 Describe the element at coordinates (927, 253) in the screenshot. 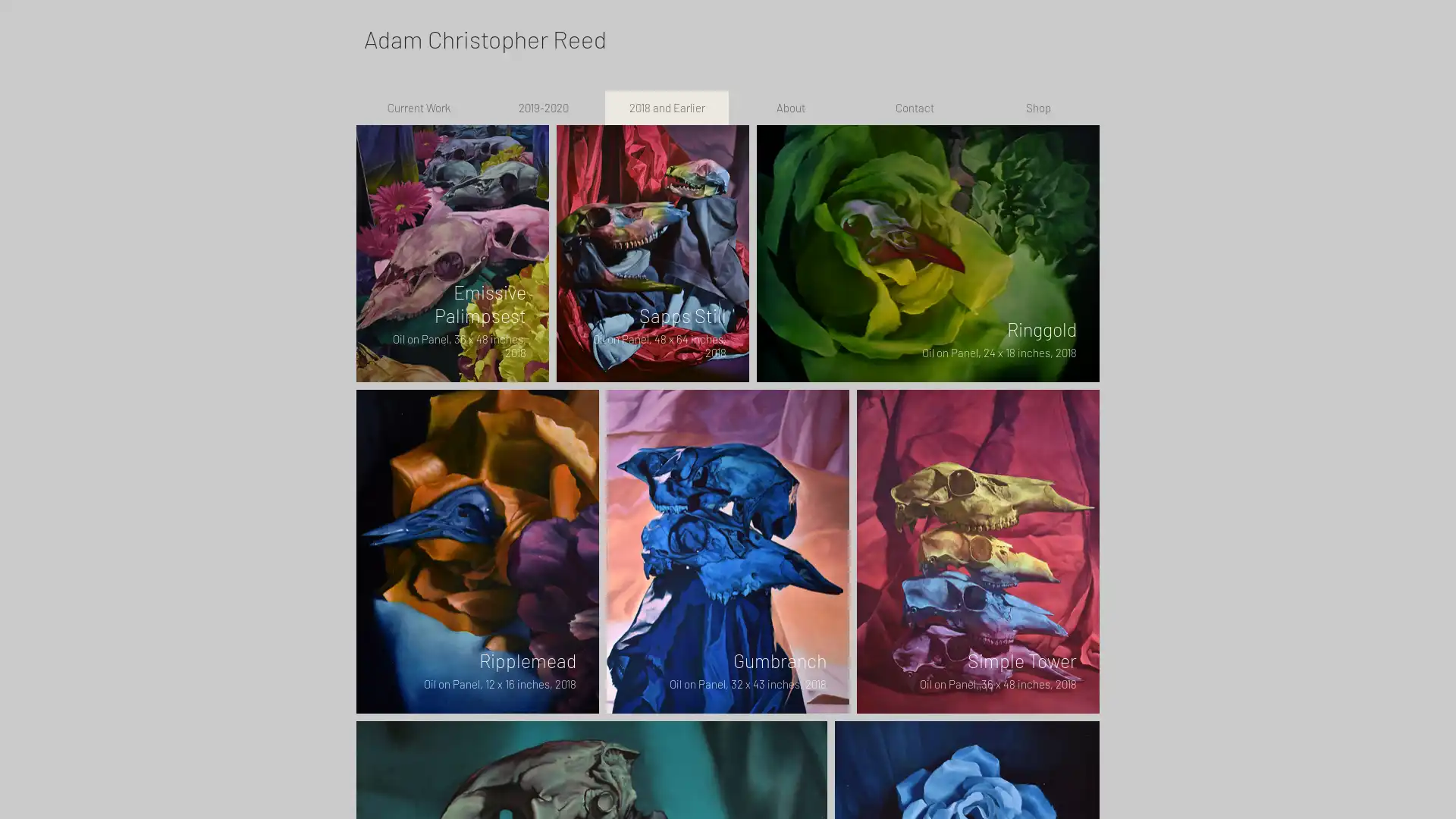

I see `Ringgold` at that location.